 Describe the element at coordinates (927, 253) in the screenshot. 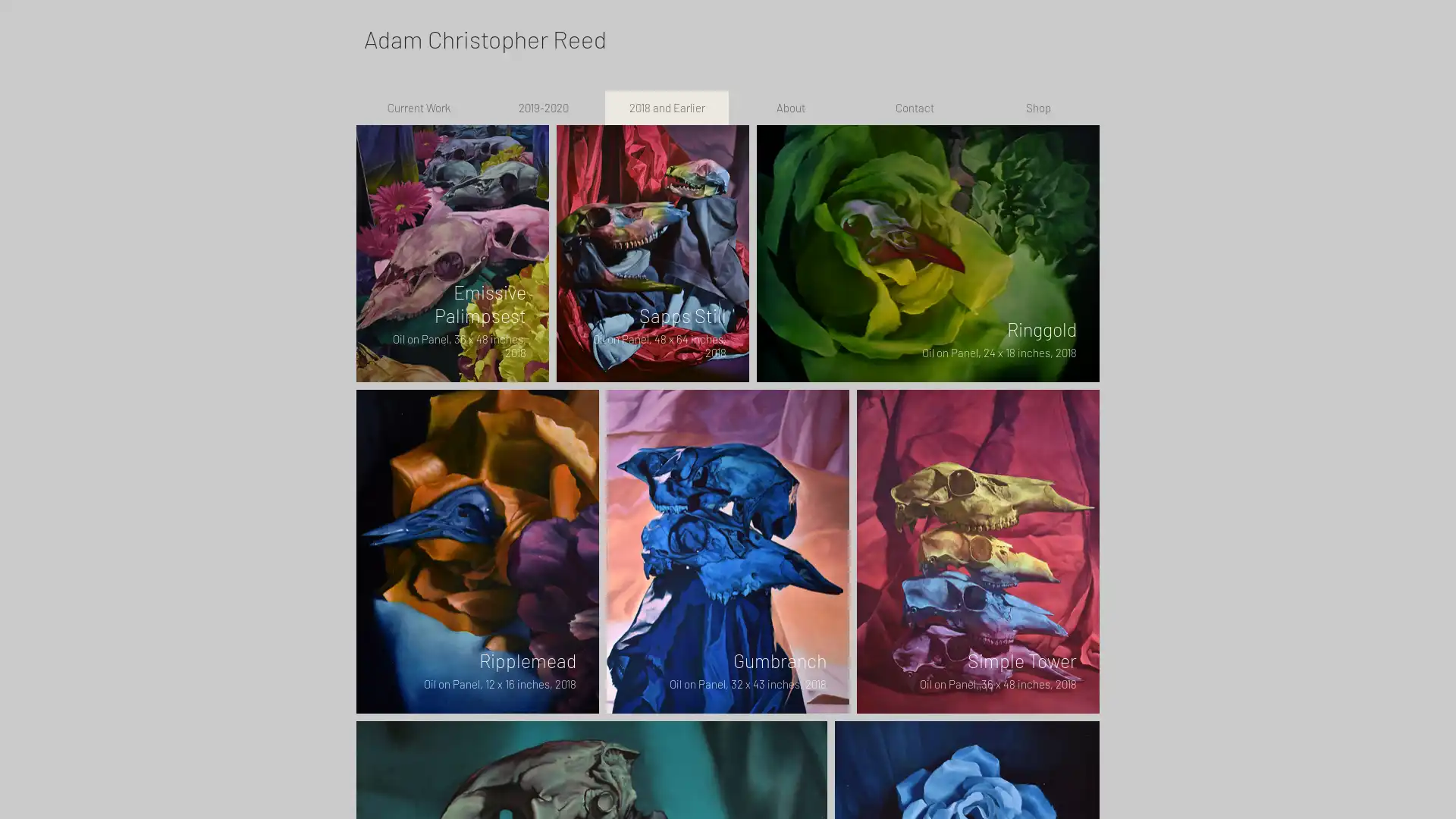

I see `Ringgold` at that location.